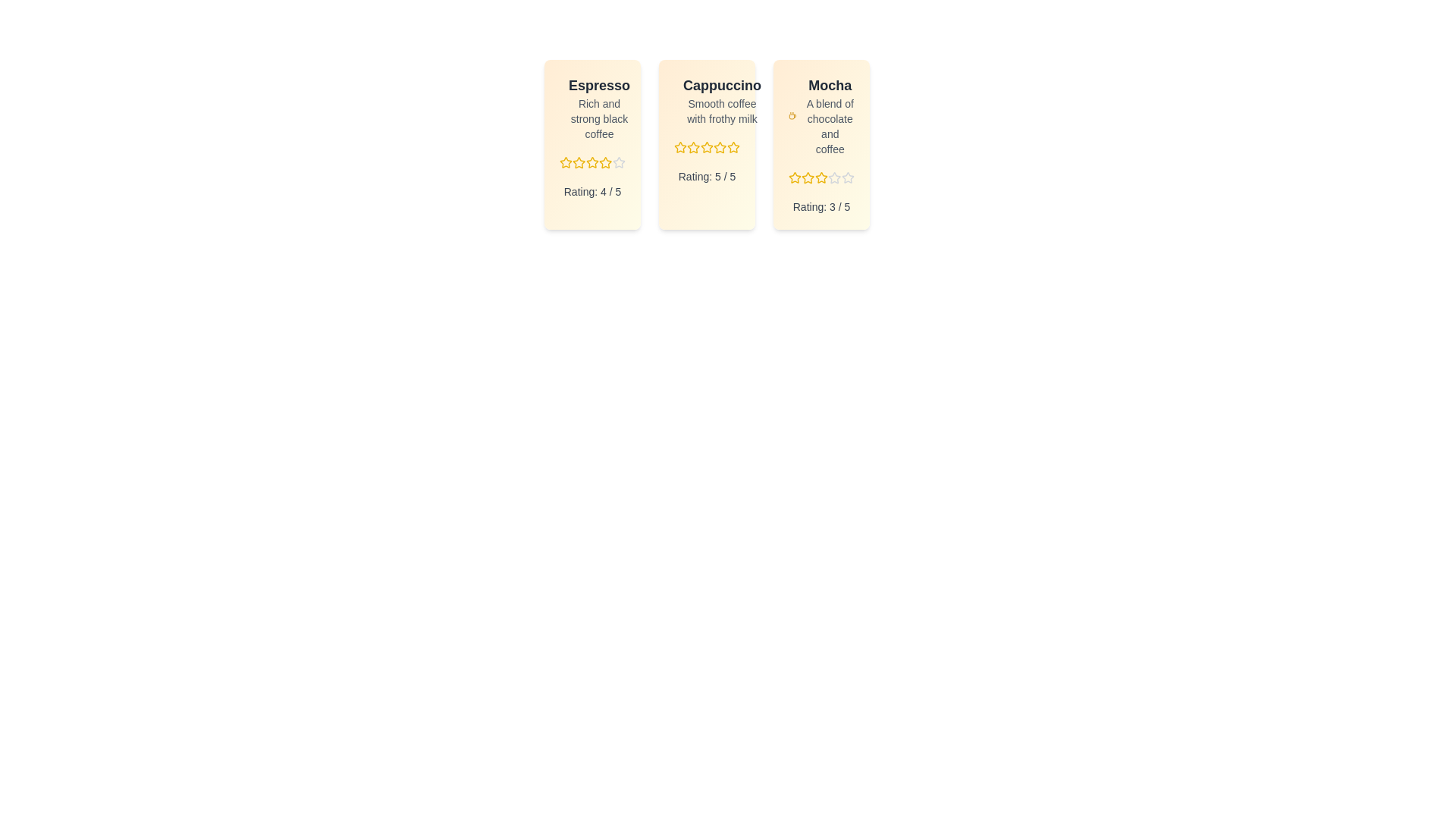 The height and width of the screenshot is (819, 1456). What do you see at coordinates (706, 145) in the screenshot?
I see `the menu item card for Cappuccino` at bounding box center [706, 145].